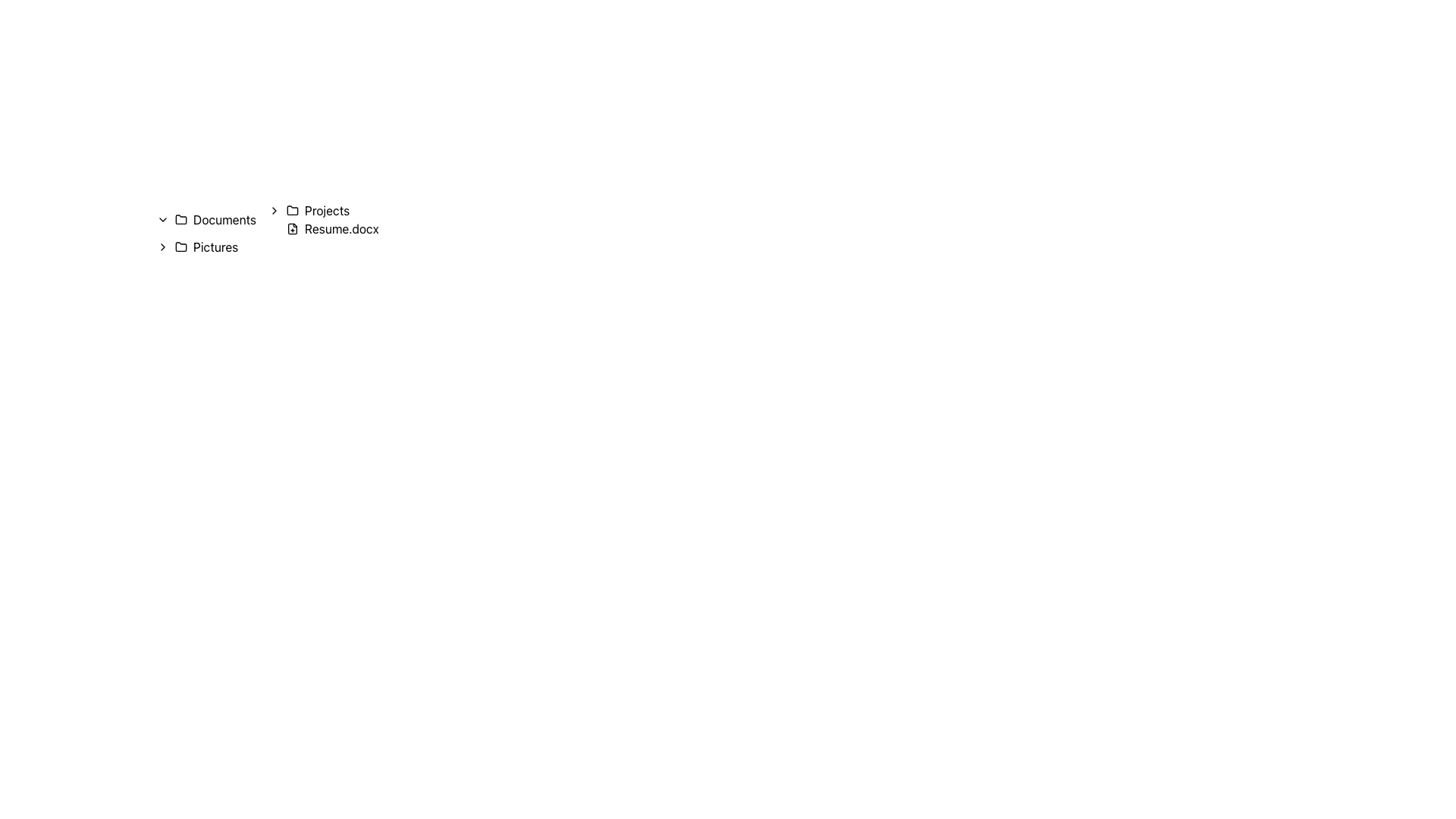  What do you see at coordinates (274, 210) in the screenshot?
I see `the Chevron Icon` at bounding box center [274, 210].